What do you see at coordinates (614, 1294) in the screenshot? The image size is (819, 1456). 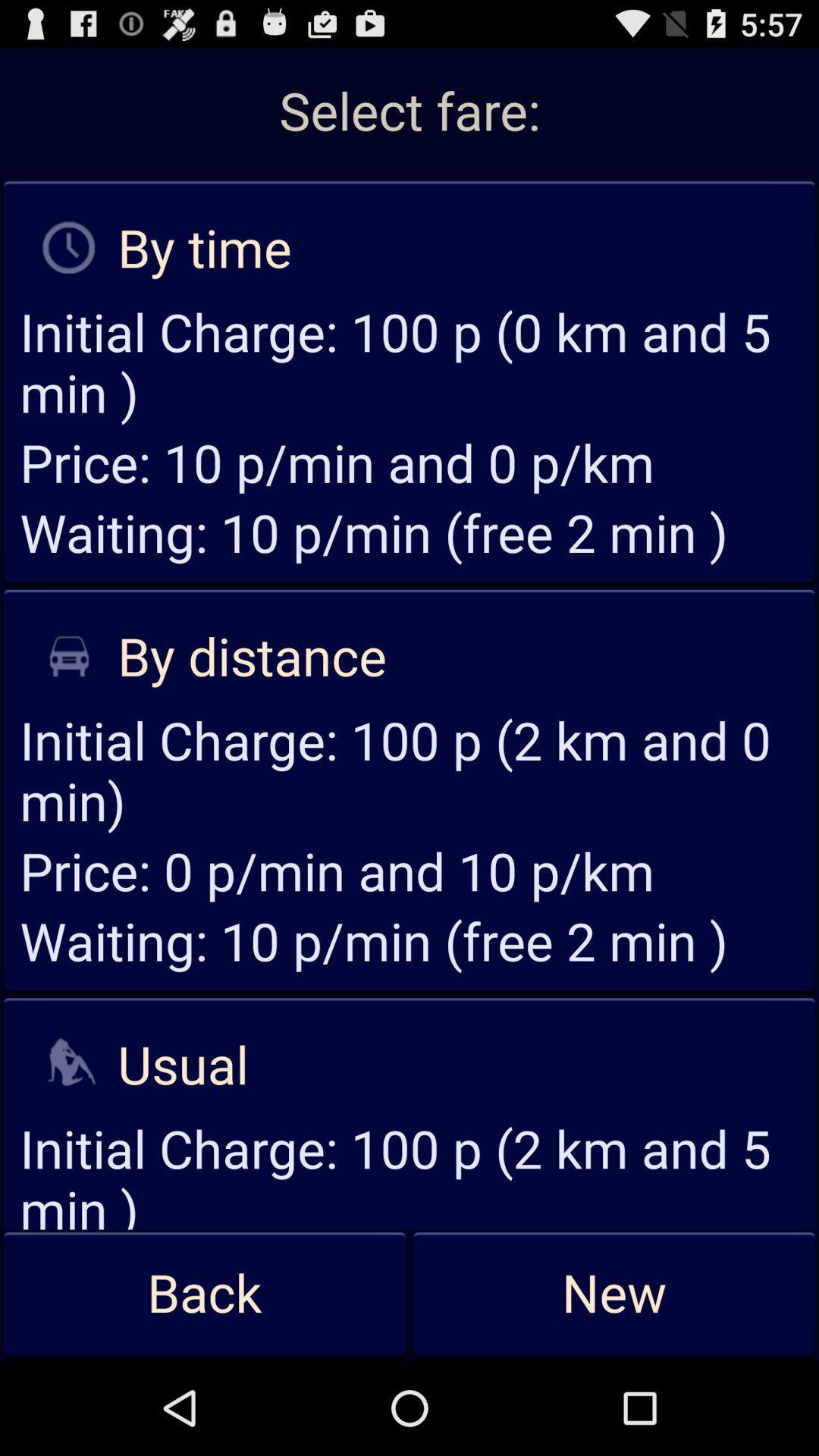 I see `app next to the back app` at bounding box center [614, 1294].